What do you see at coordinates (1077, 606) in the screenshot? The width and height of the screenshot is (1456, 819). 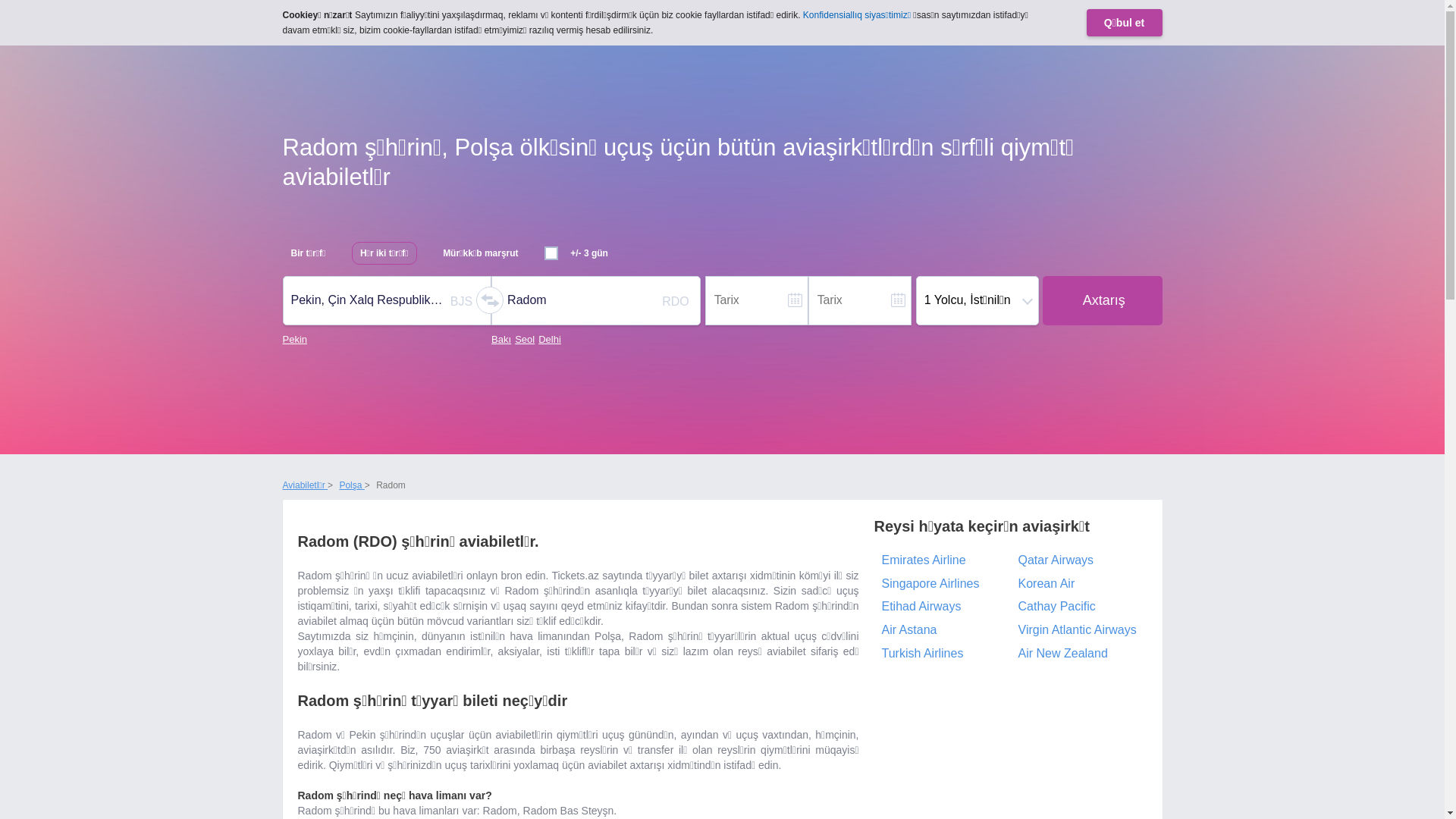 I see `'Cathay Pacific'` at bounding box center [1077, 606].